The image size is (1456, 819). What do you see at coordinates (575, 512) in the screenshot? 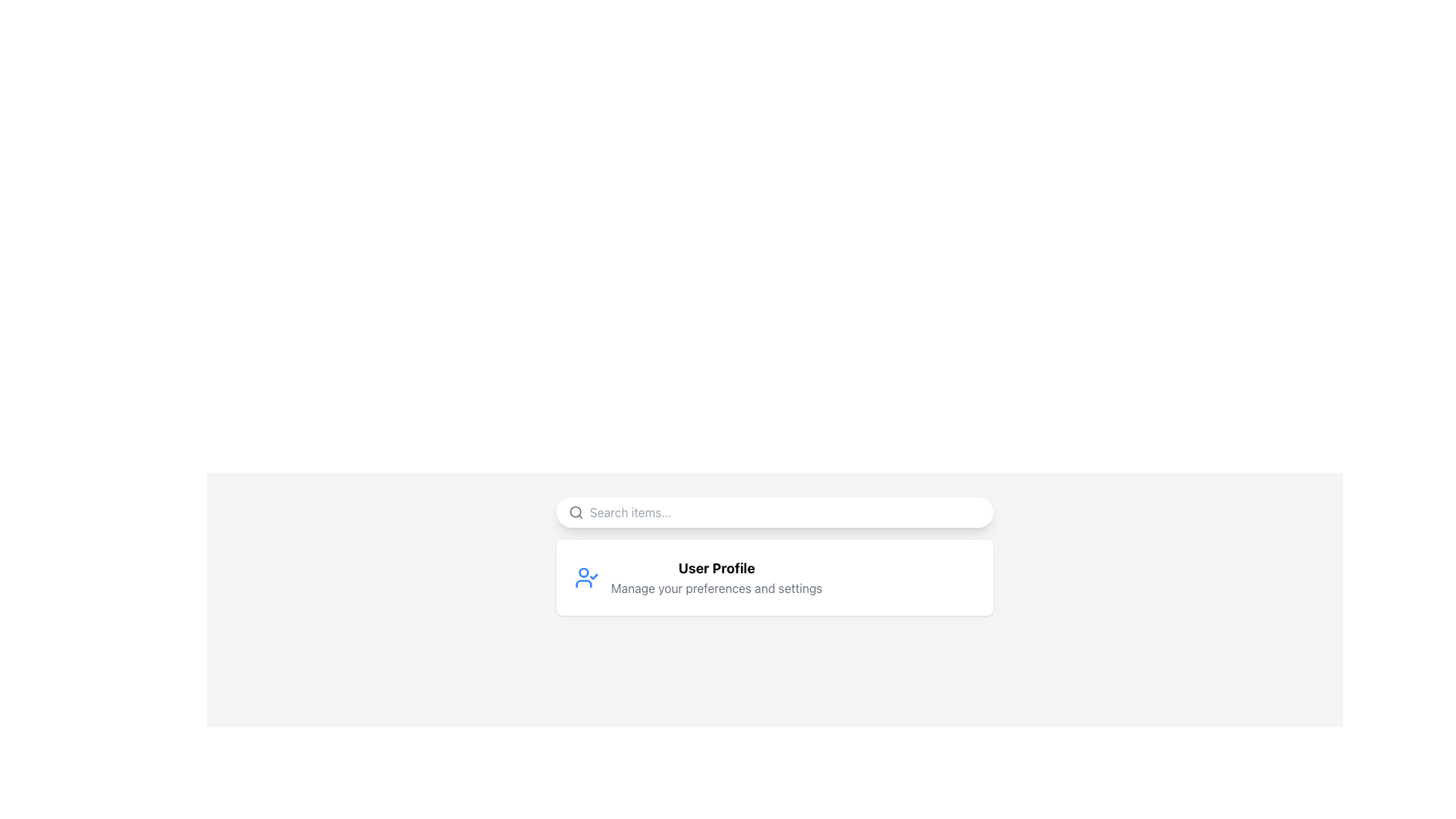
I see `the search icon, which is a magnifying glass outline located at the start of the horizontal search bar, to initiate a search` at bounding box center [575, 512].